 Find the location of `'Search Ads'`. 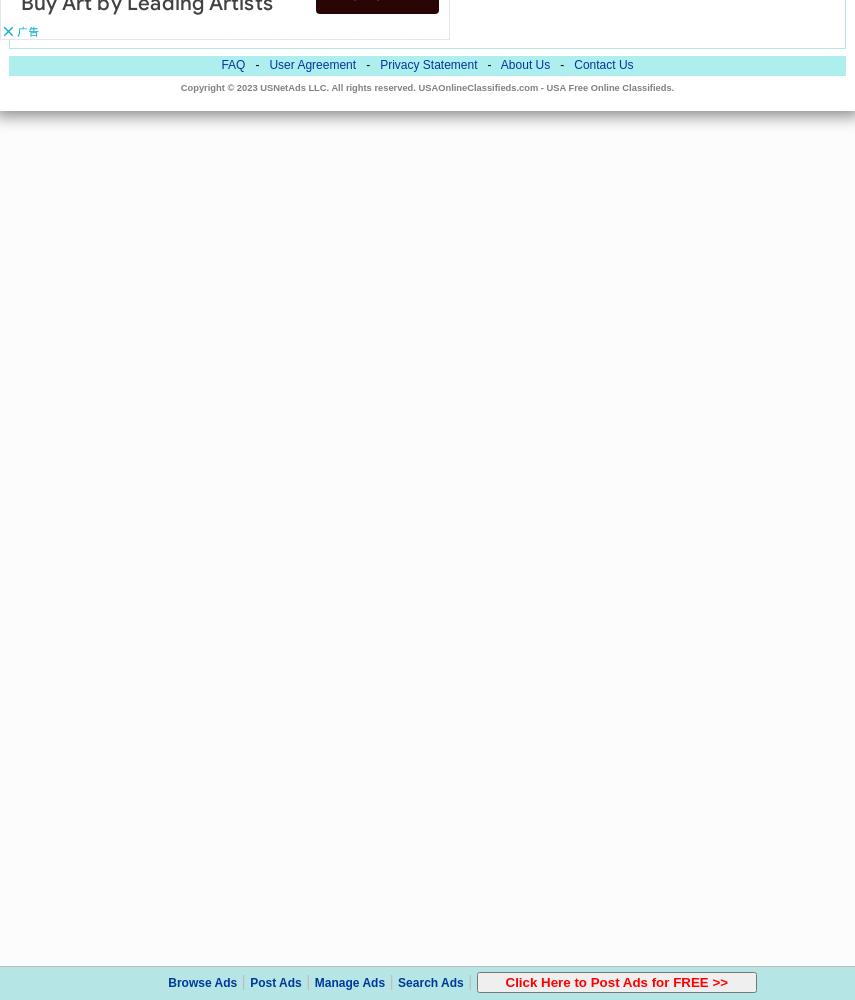

'Search Ads' is located at coordinates (429, 982).